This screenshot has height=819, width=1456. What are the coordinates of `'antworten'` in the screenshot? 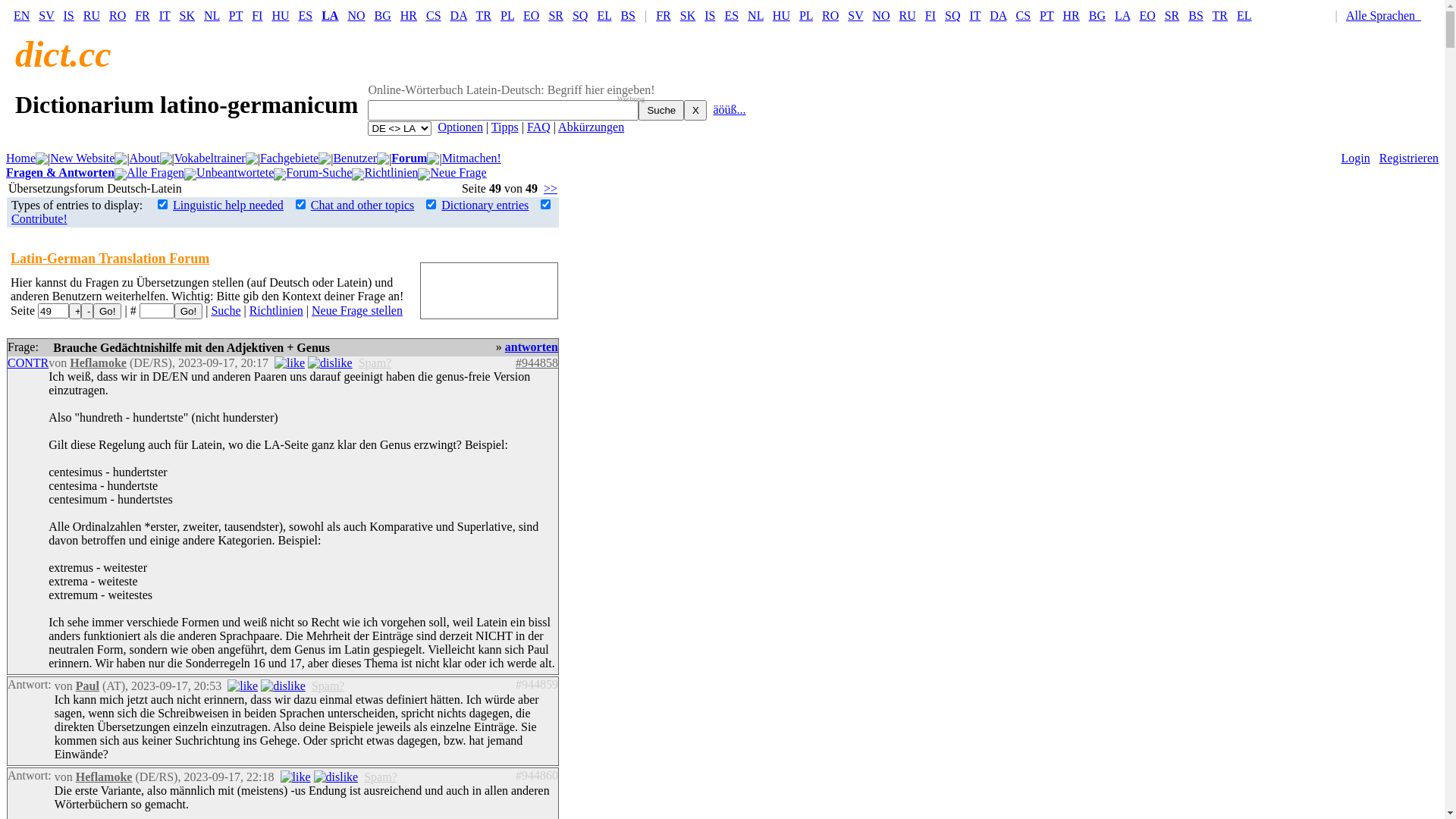 It's located at (531, 347).